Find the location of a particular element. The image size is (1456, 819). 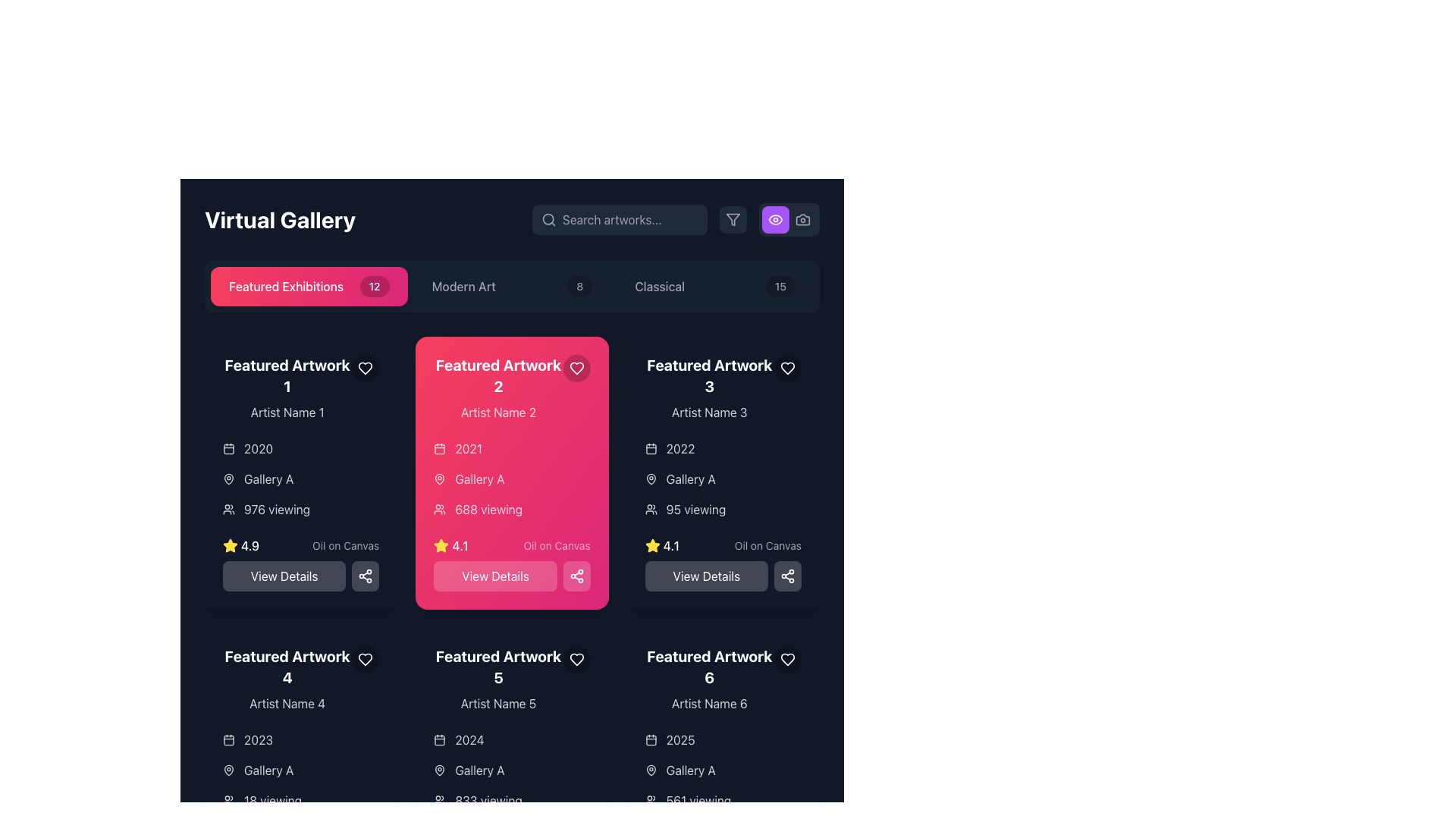

the numerical rating display (4.1) located within the 'Featured Artwork 2' card, positioned below the views text and adjacent to the yellow star icon is located at coordinates (459, 546).